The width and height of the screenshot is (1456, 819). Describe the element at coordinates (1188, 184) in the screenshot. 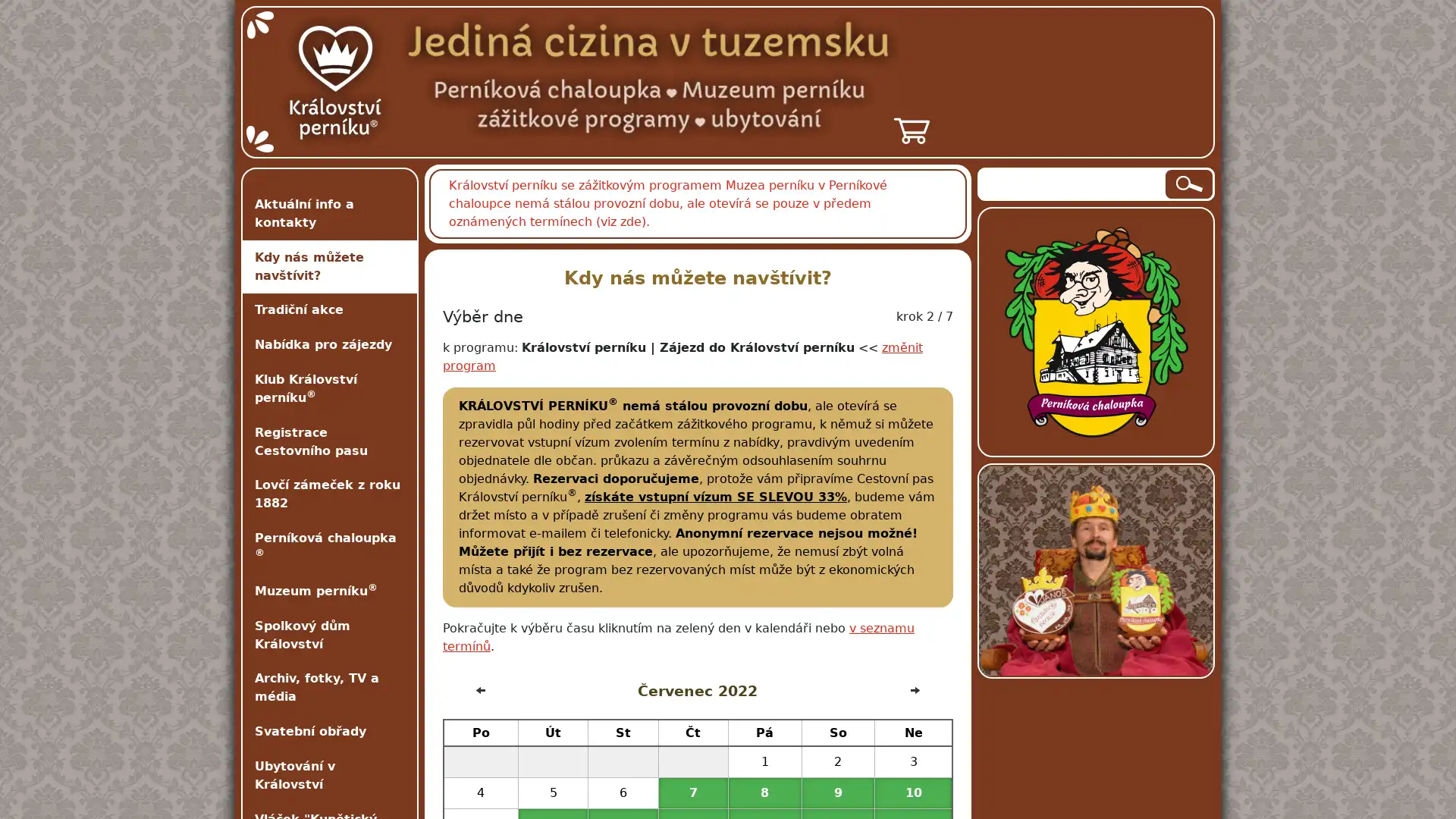

I see `Hledat` at that location.